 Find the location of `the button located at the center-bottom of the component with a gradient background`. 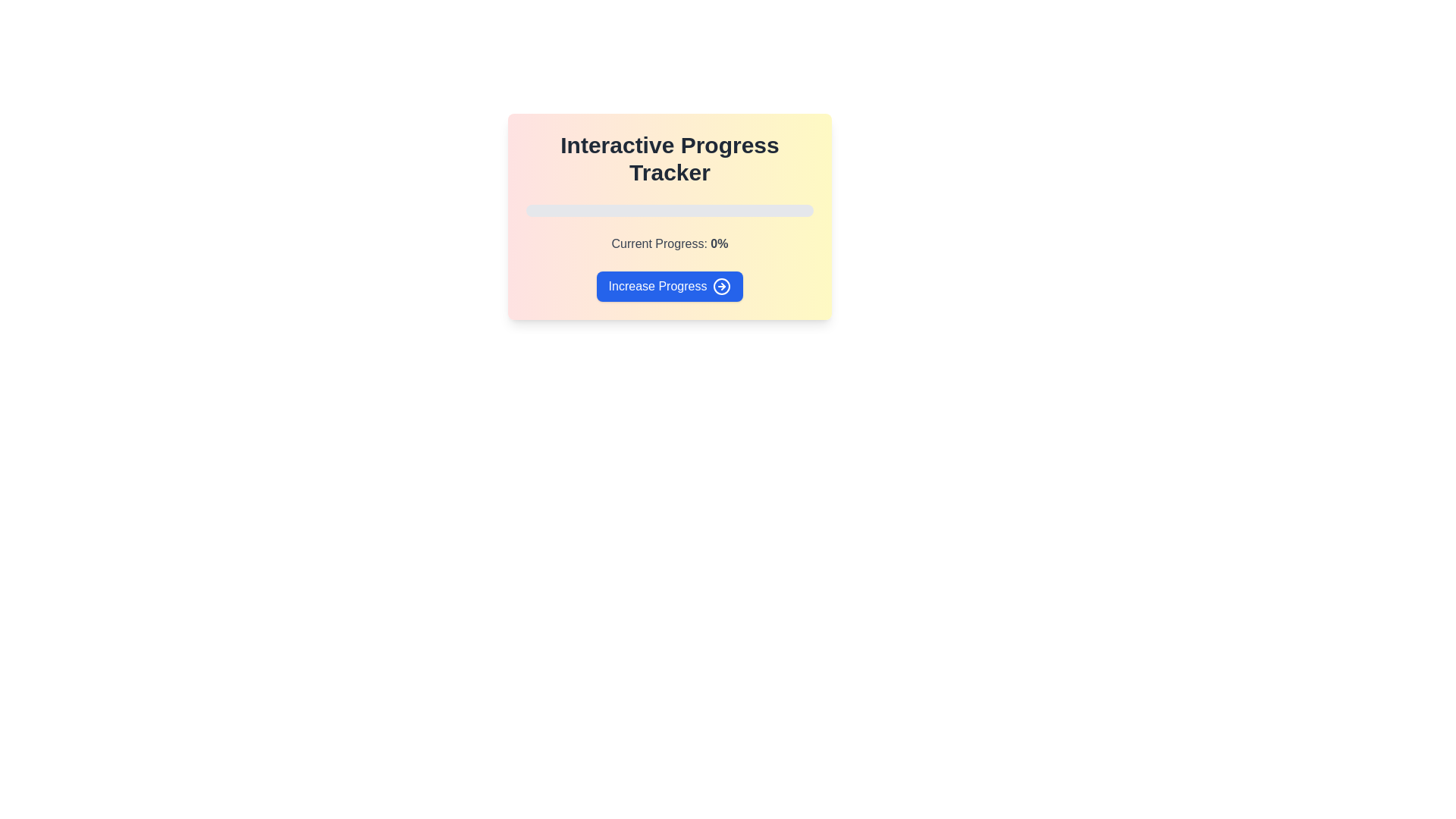

the button located at the center-bottom of the component with a gradient background is located at coordinates (669, 287).